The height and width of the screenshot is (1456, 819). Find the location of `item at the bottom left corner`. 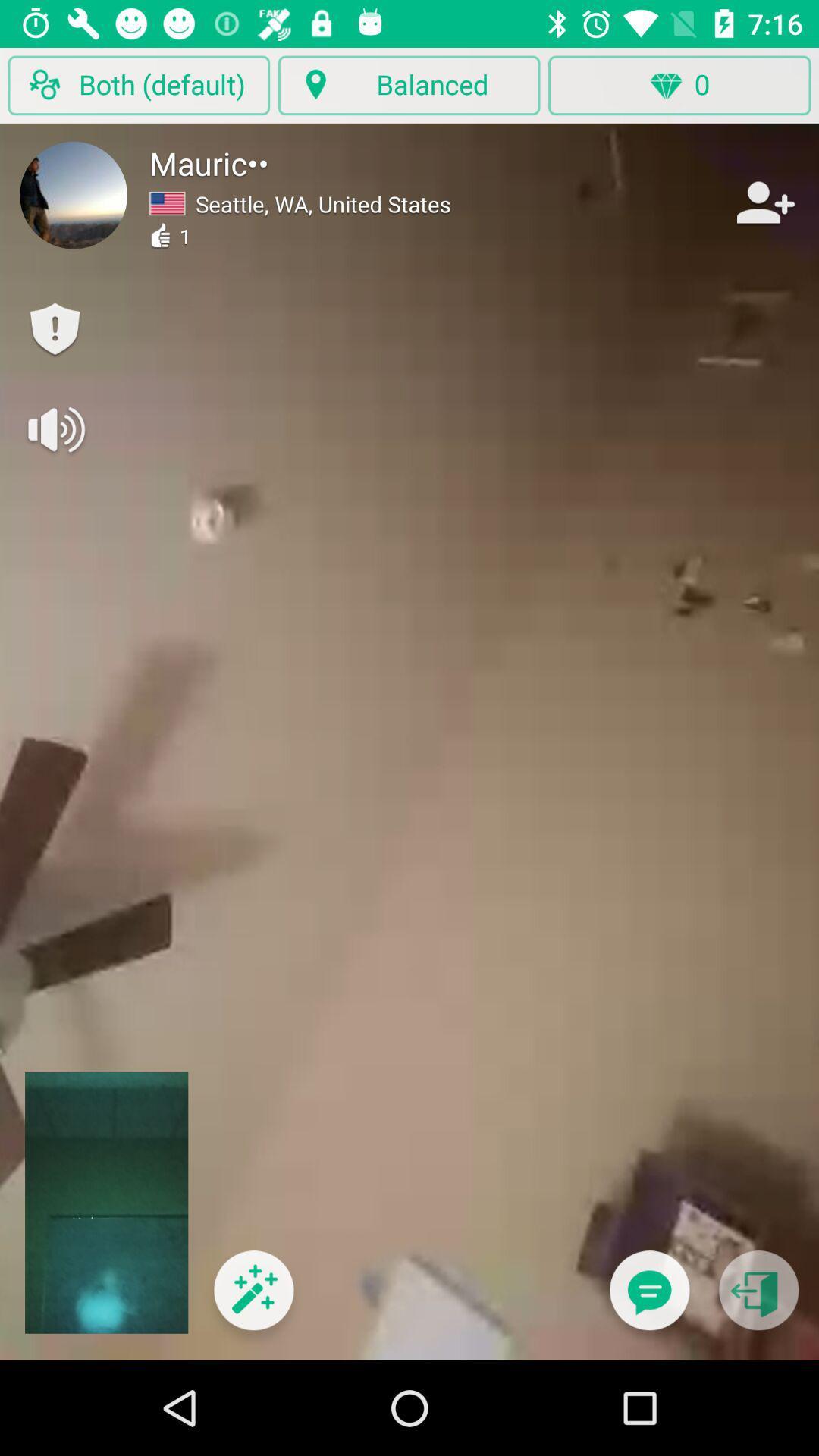

item at the bottom left corner is located at coordinates (253, 1299).